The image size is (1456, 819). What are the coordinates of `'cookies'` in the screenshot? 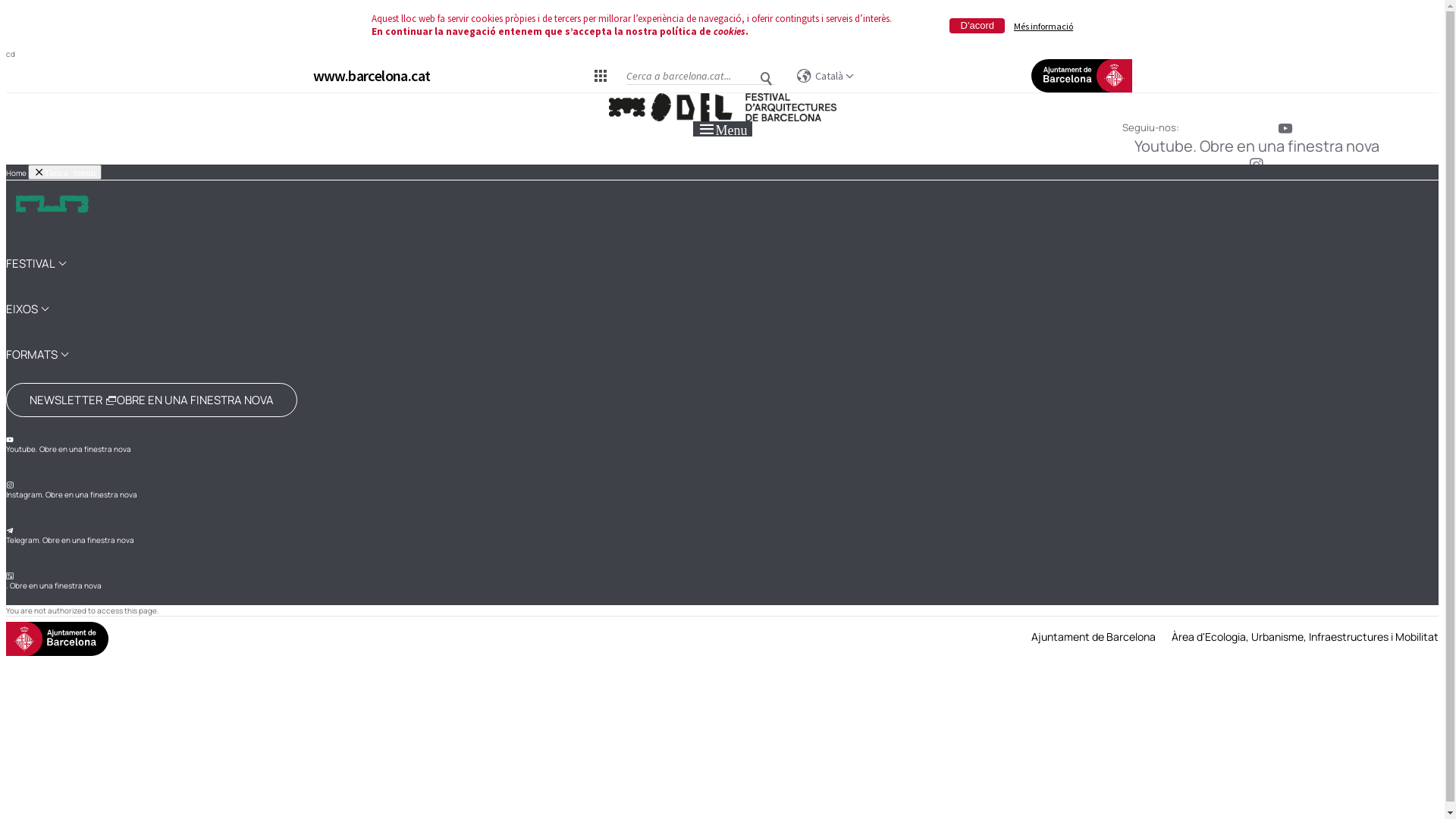 It's located at (729, 31).